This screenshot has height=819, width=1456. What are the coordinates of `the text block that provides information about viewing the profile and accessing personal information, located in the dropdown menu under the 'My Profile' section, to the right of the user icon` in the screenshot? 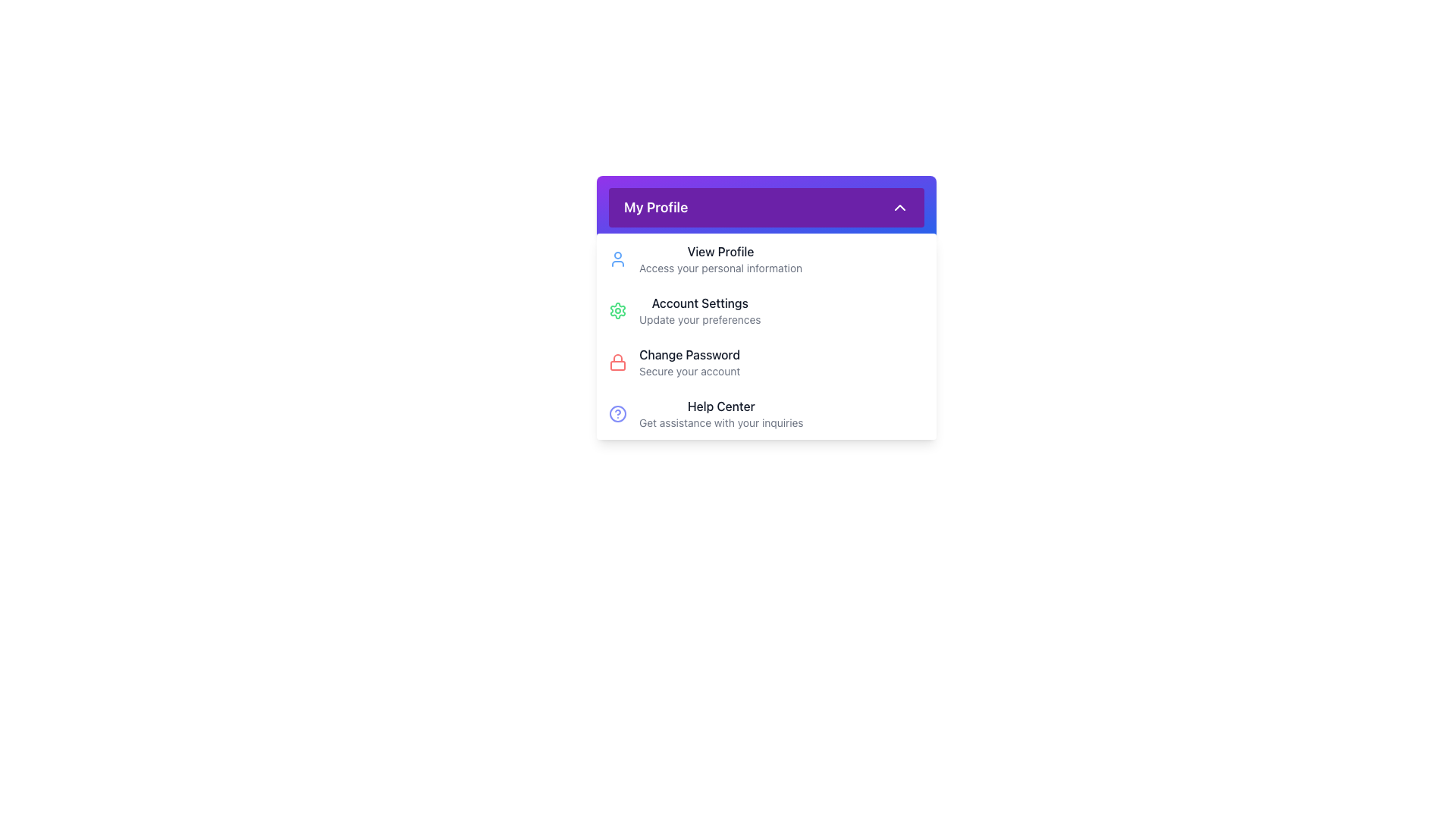 It's located at (720, 259).